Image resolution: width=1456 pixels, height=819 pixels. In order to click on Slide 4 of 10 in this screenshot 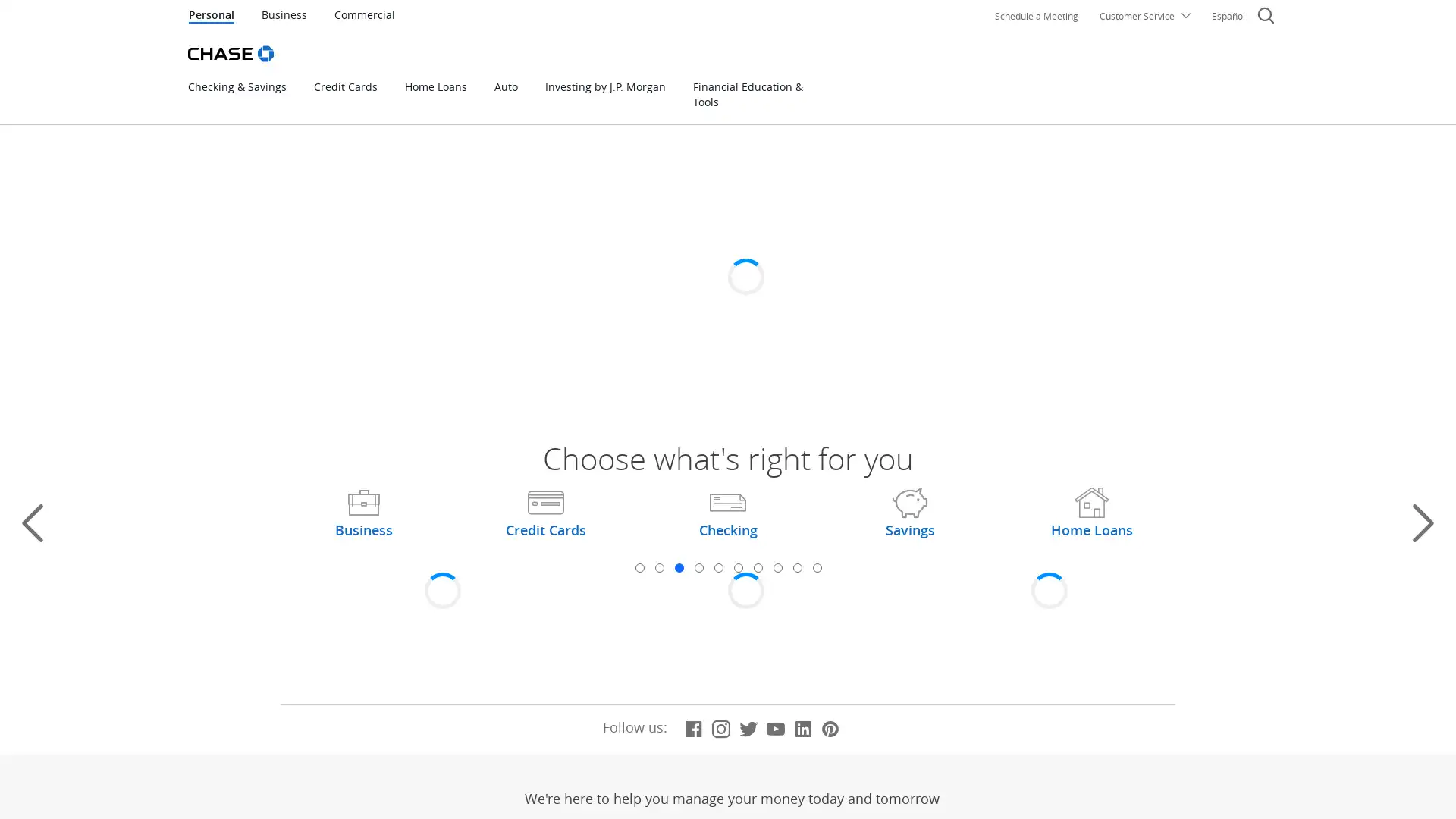, I will do `click(698, 567)`.